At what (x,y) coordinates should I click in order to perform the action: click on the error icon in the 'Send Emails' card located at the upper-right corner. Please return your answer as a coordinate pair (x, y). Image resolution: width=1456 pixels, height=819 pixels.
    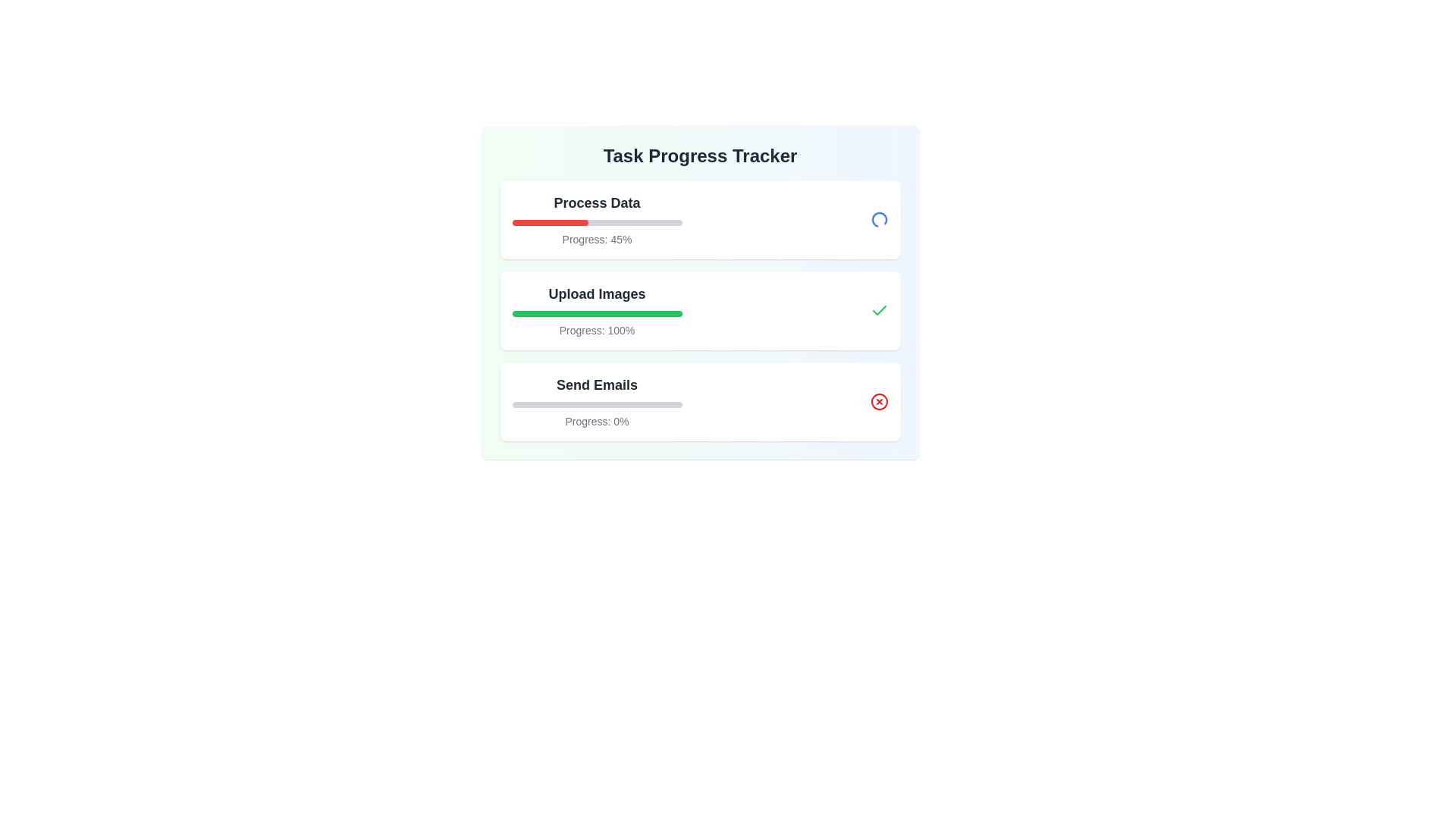
    Looking at the image, I should click on (879, 400).